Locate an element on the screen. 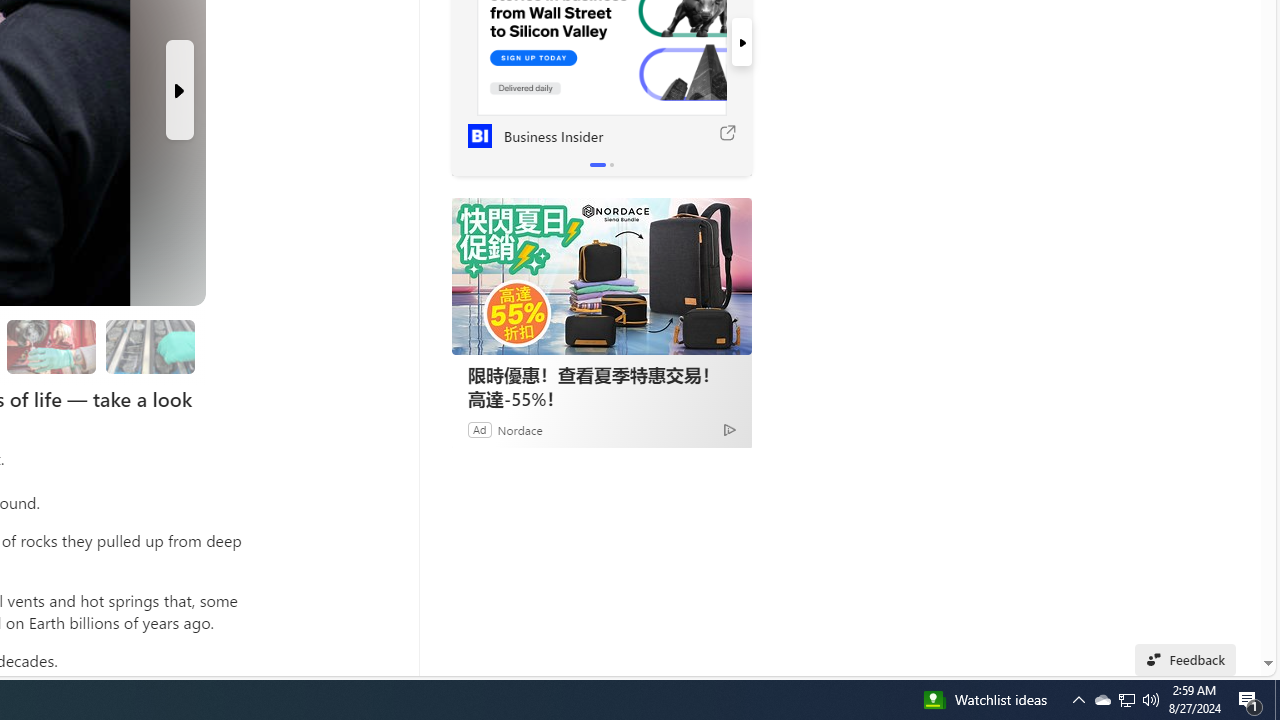 This screenshot has height=720, width=1280. 'Researchers are still studying the samples' is located at coordinates (148, 345).